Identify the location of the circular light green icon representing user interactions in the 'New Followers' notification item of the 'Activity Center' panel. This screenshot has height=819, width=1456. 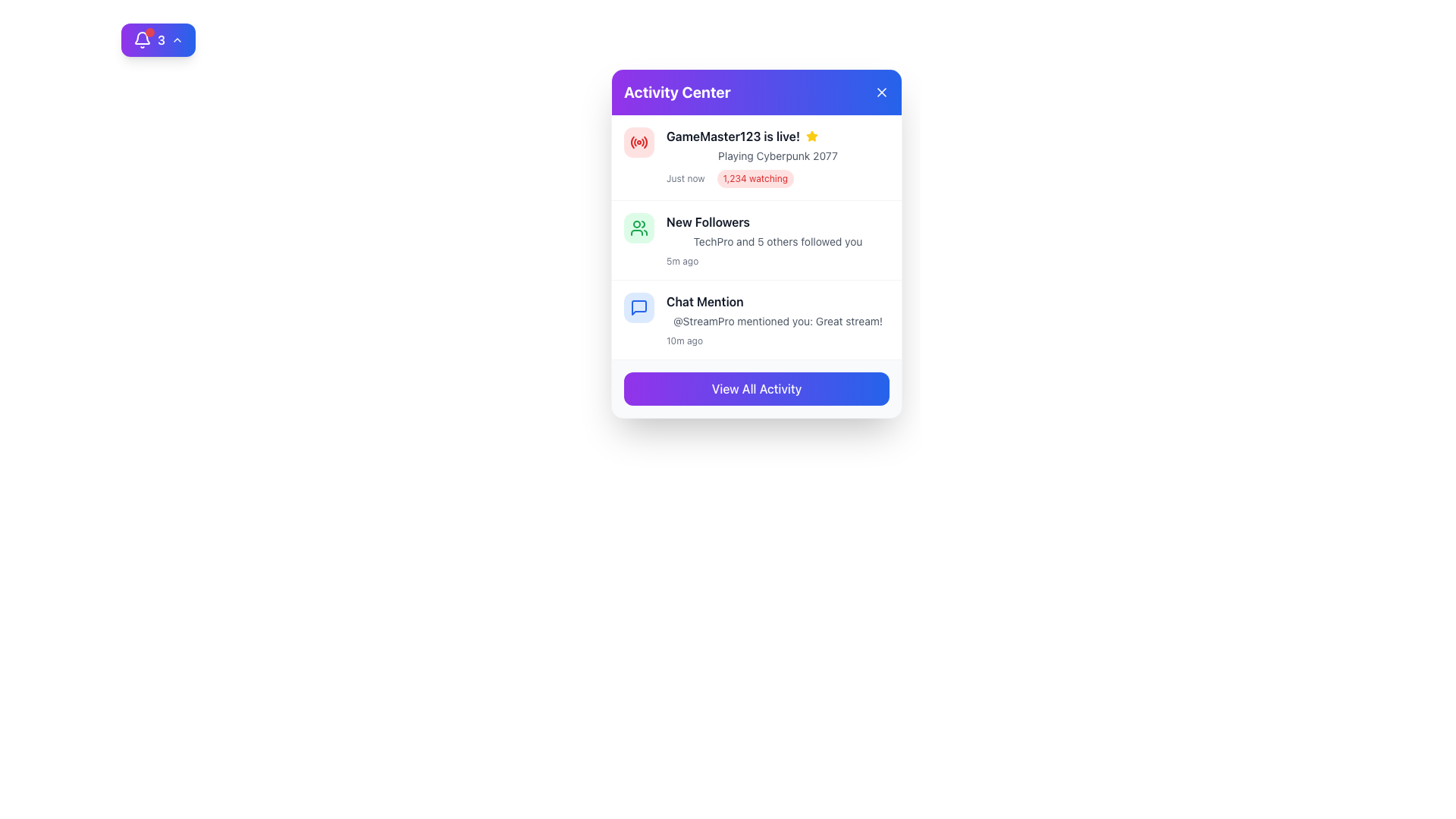
(639, 227).